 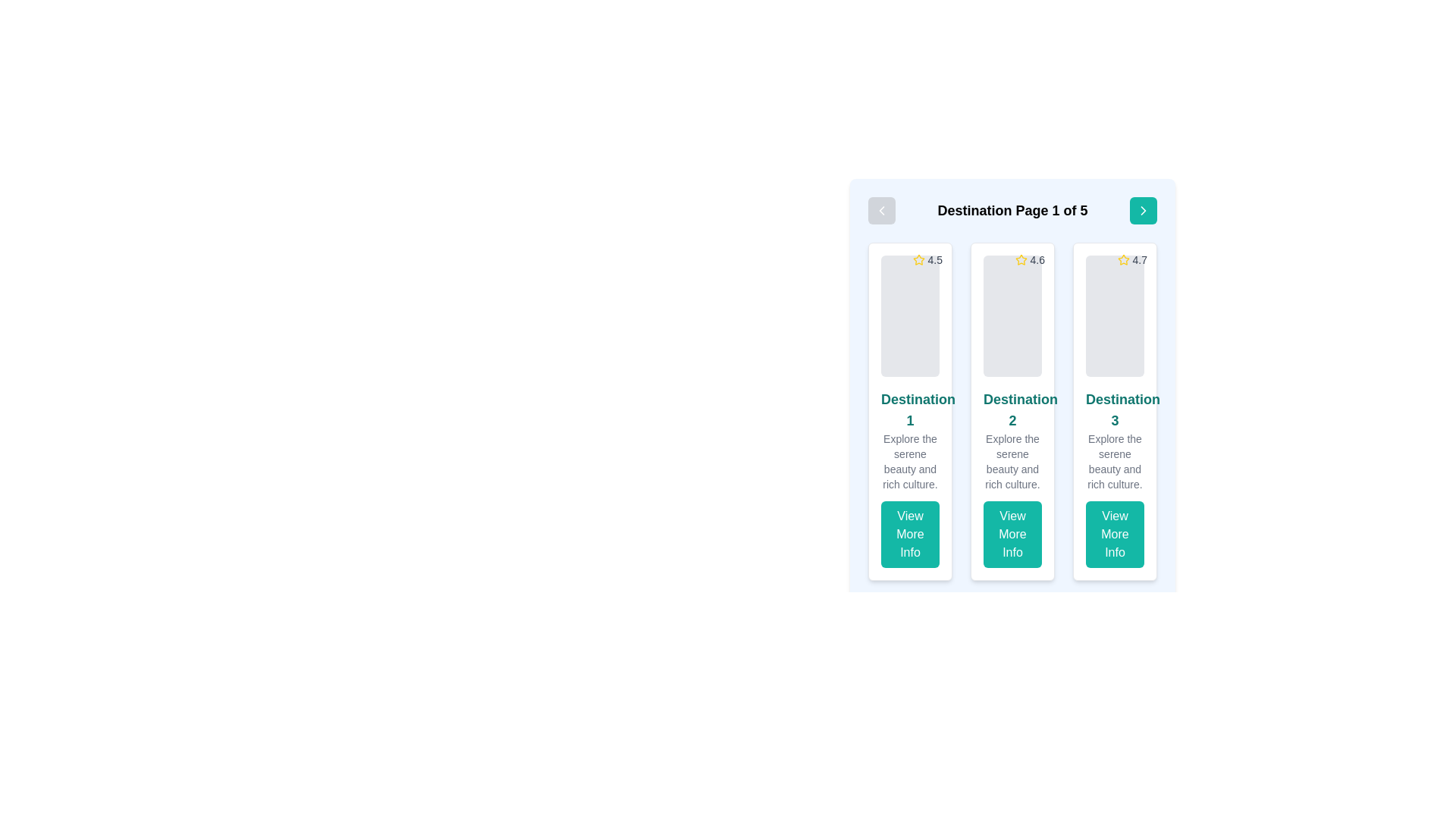 I want to click on static text content located in the card labeled 'Destination 2', positioned below the bold title within the middle column of cards, so click(x=1012, y=461).